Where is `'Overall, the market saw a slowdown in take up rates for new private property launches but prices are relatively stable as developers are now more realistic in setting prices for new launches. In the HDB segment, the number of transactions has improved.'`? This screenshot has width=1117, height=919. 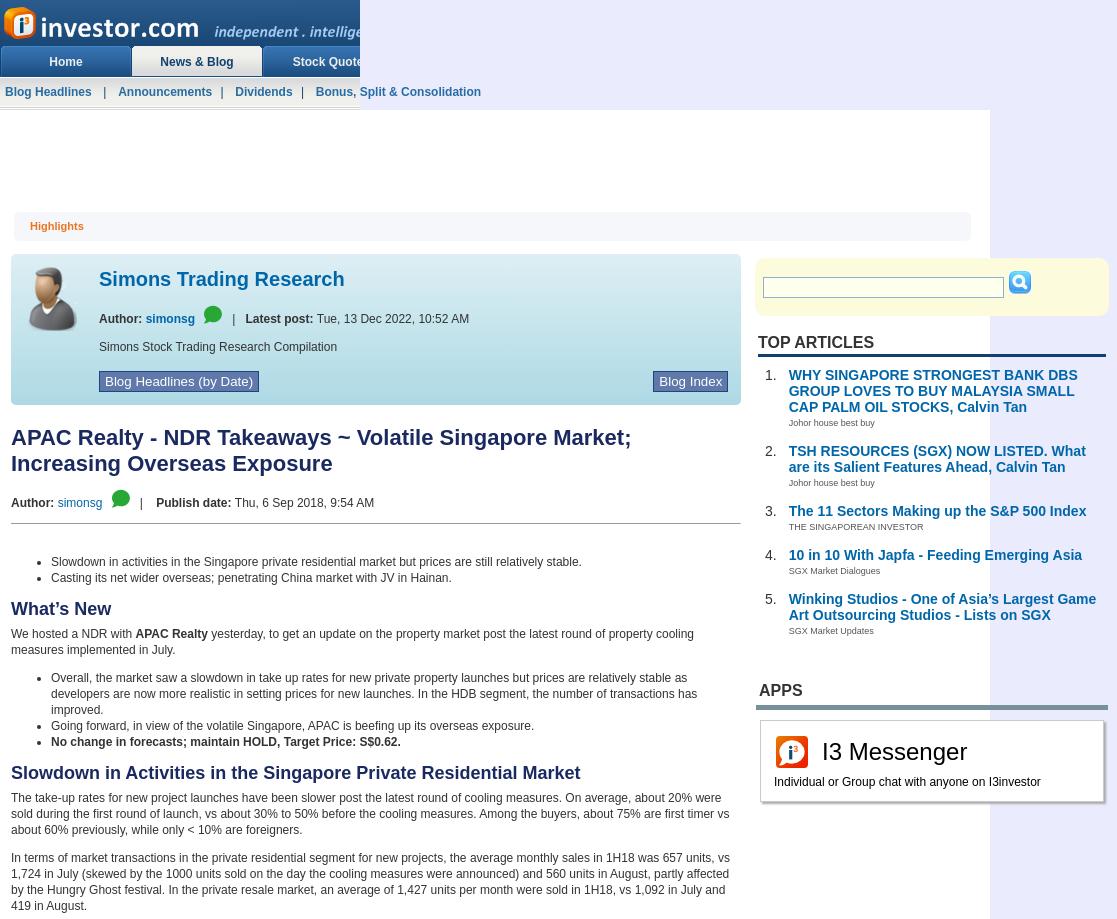
'Overall, the market saw a slowdown in take up rates for new private property launches but prices are relatively stable as developers are now more realistic in setting prices for new launches. In the HDB segment, the number of transactions has improved.' is located at coordinates (373, 693).